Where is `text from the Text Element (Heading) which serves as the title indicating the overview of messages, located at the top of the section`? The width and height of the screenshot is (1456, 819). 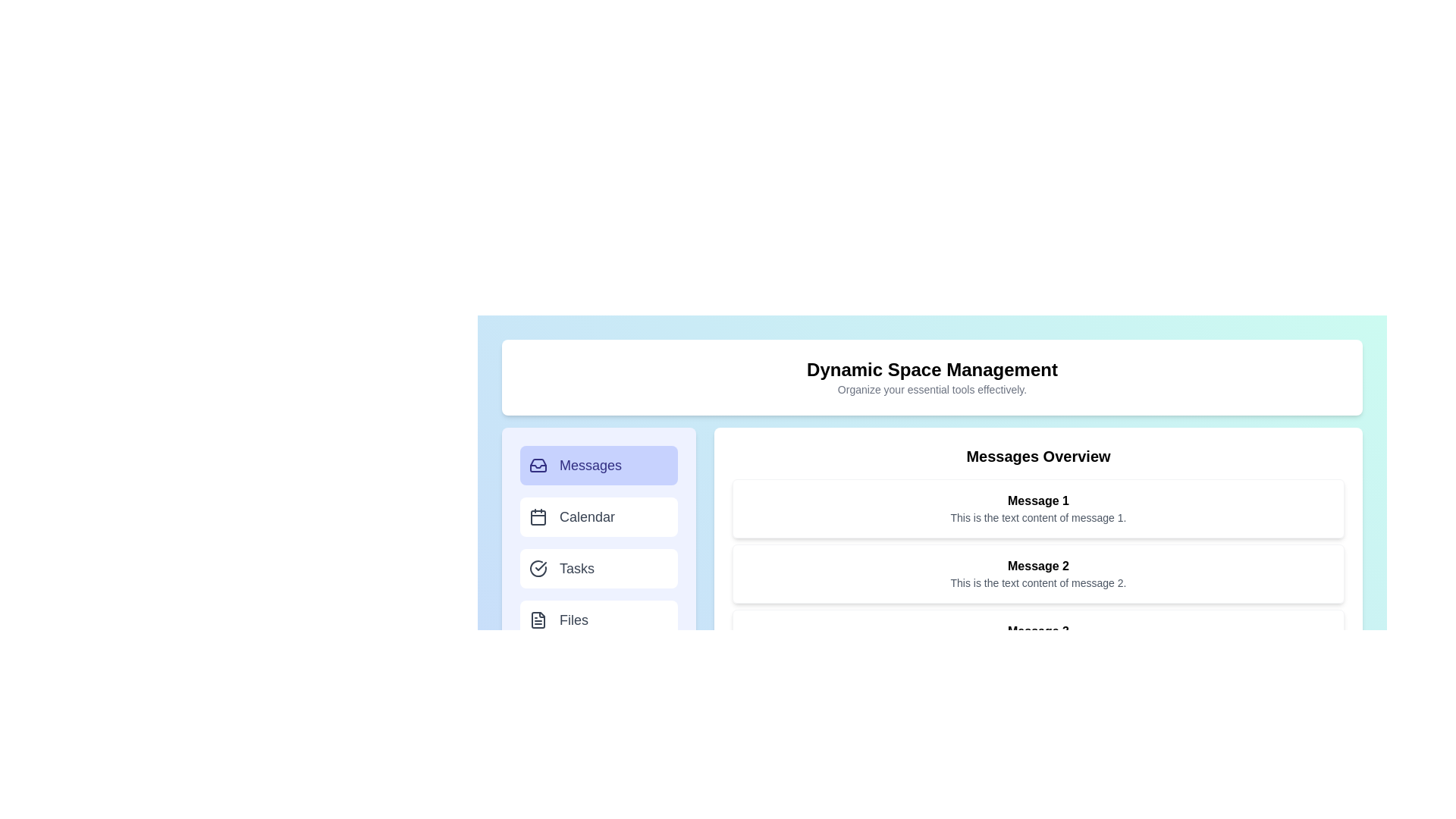
text from the Text Element (Heading) which serves as the title indicating the overview of messages, located at the top of the section is located at coordinates (1037, 455).